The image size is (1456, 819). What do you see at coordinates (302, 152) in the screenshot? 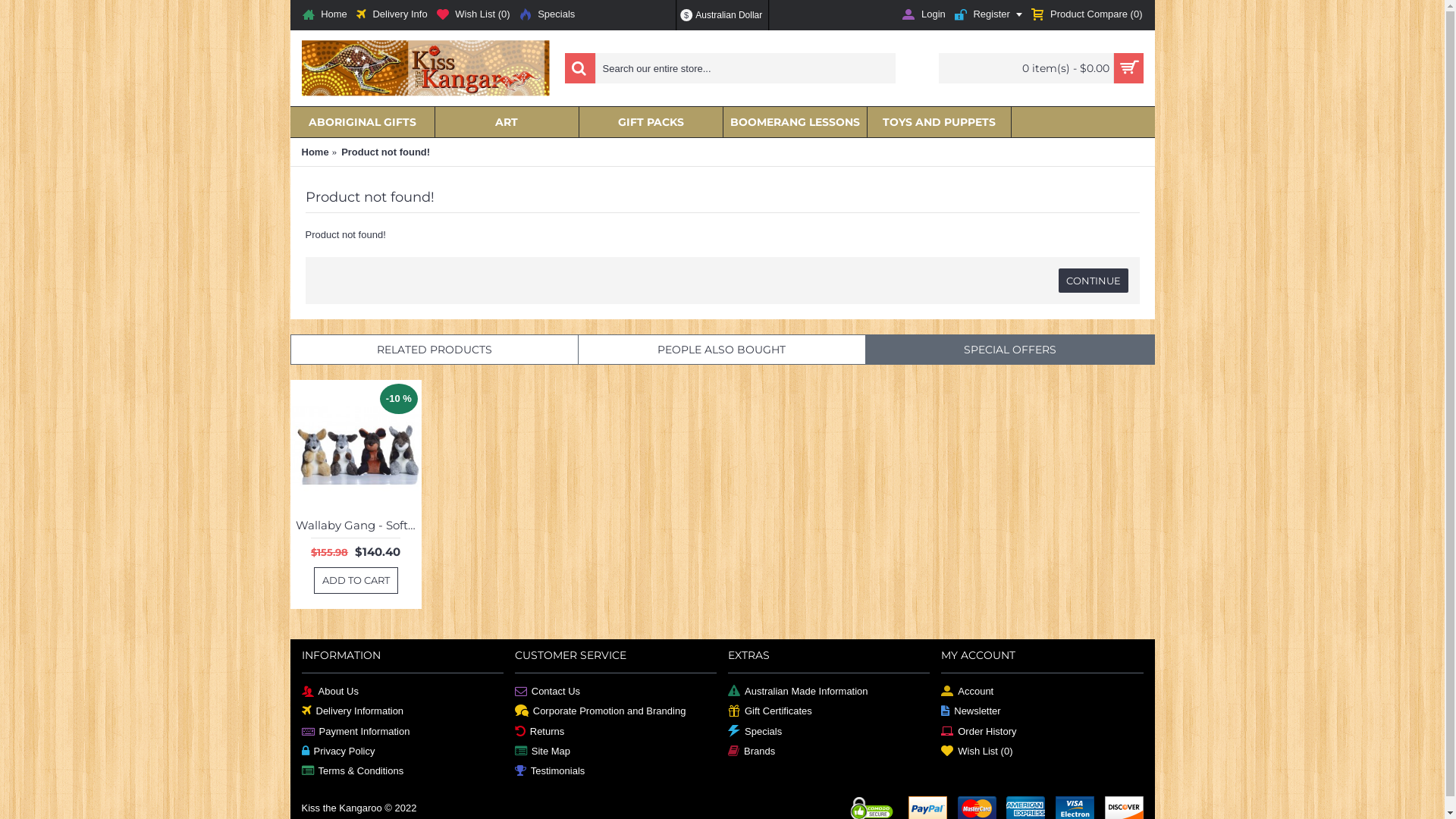
I see `'Home'` at bounding box center [302, 152].